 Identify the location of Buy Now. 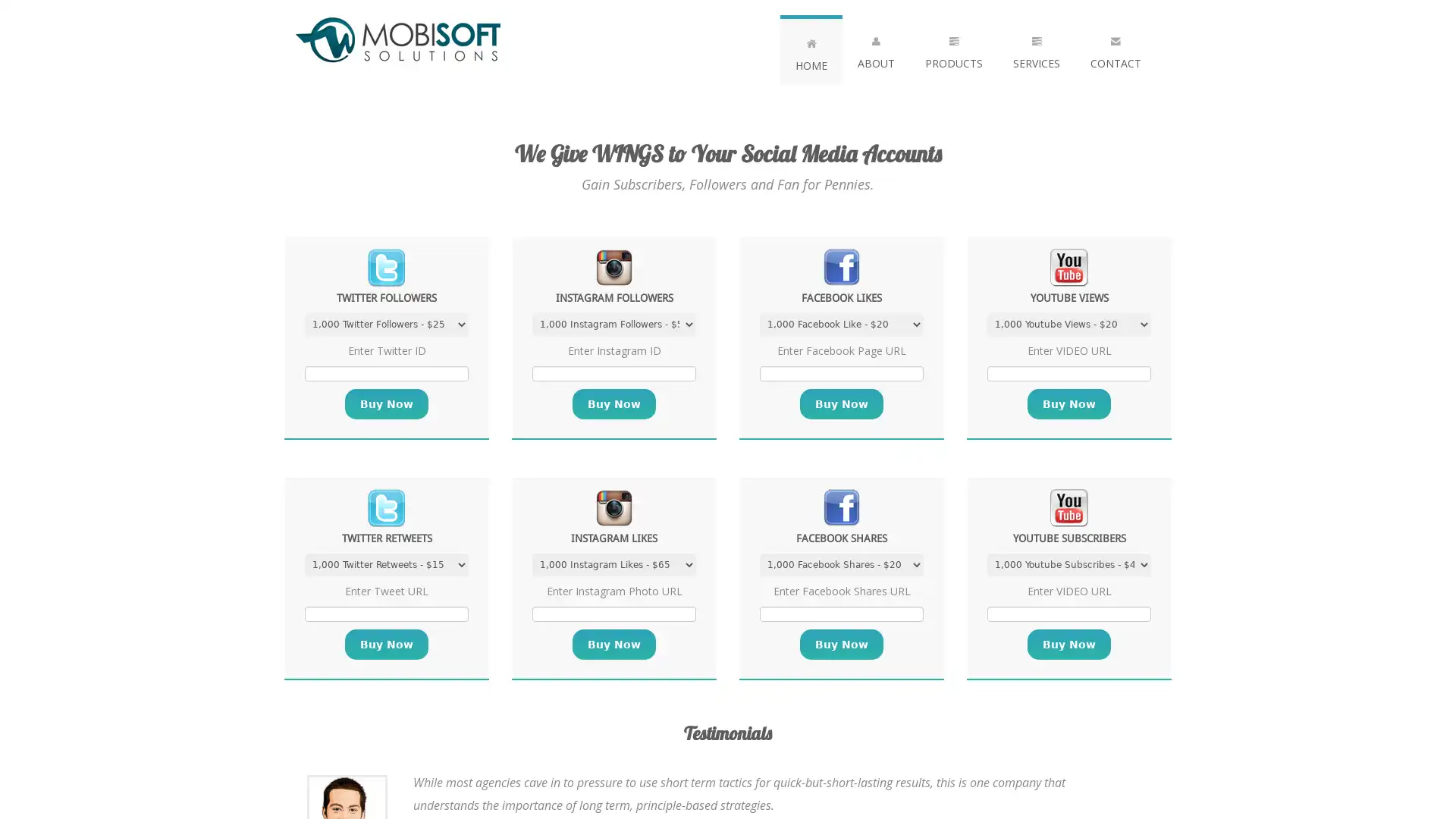
(840, 403).